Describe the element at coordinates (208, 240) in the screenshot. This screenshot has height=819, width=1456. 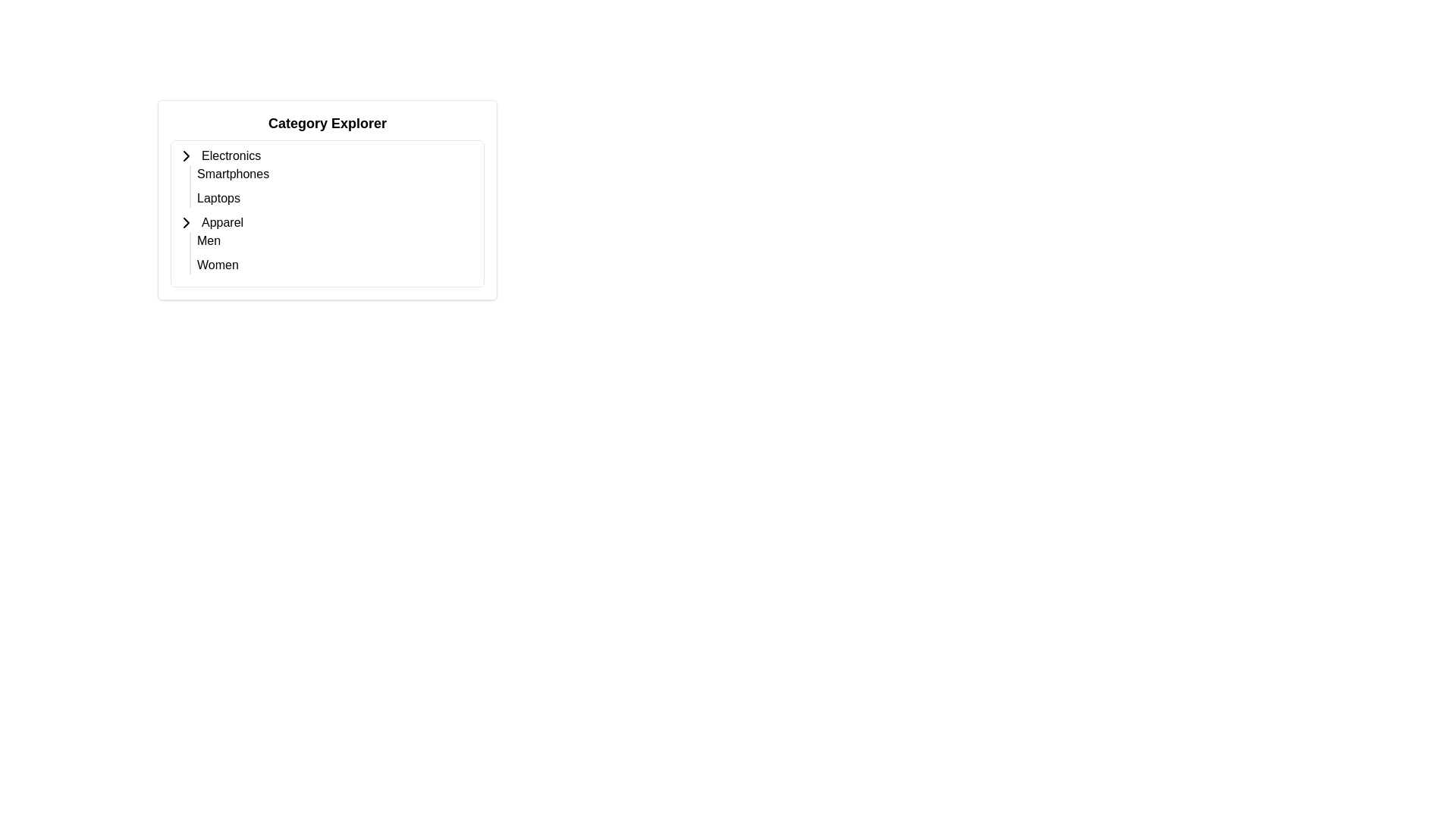
I see `to select the 'Men' category text label located under the 'Apparel' section in the 'Category Explorer' navigation menu` at that location.